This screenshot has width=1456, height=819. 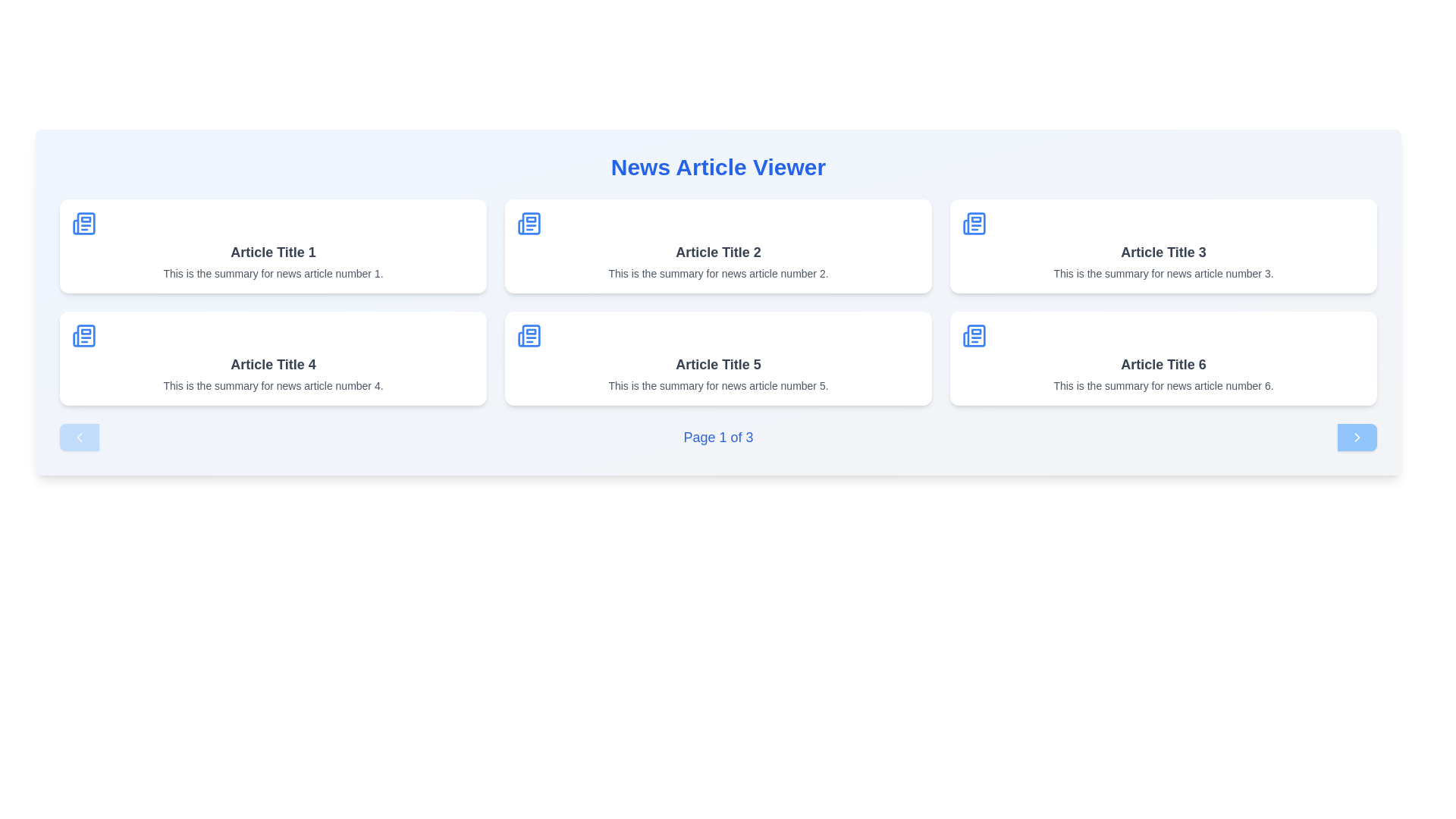 What do you see at coordinates (1357, 438) in the screenshot?
I see `the Pagination Control button located in the bottom-right corner of the pagination component to get visual feedback` at bounding box center [1357, 438].